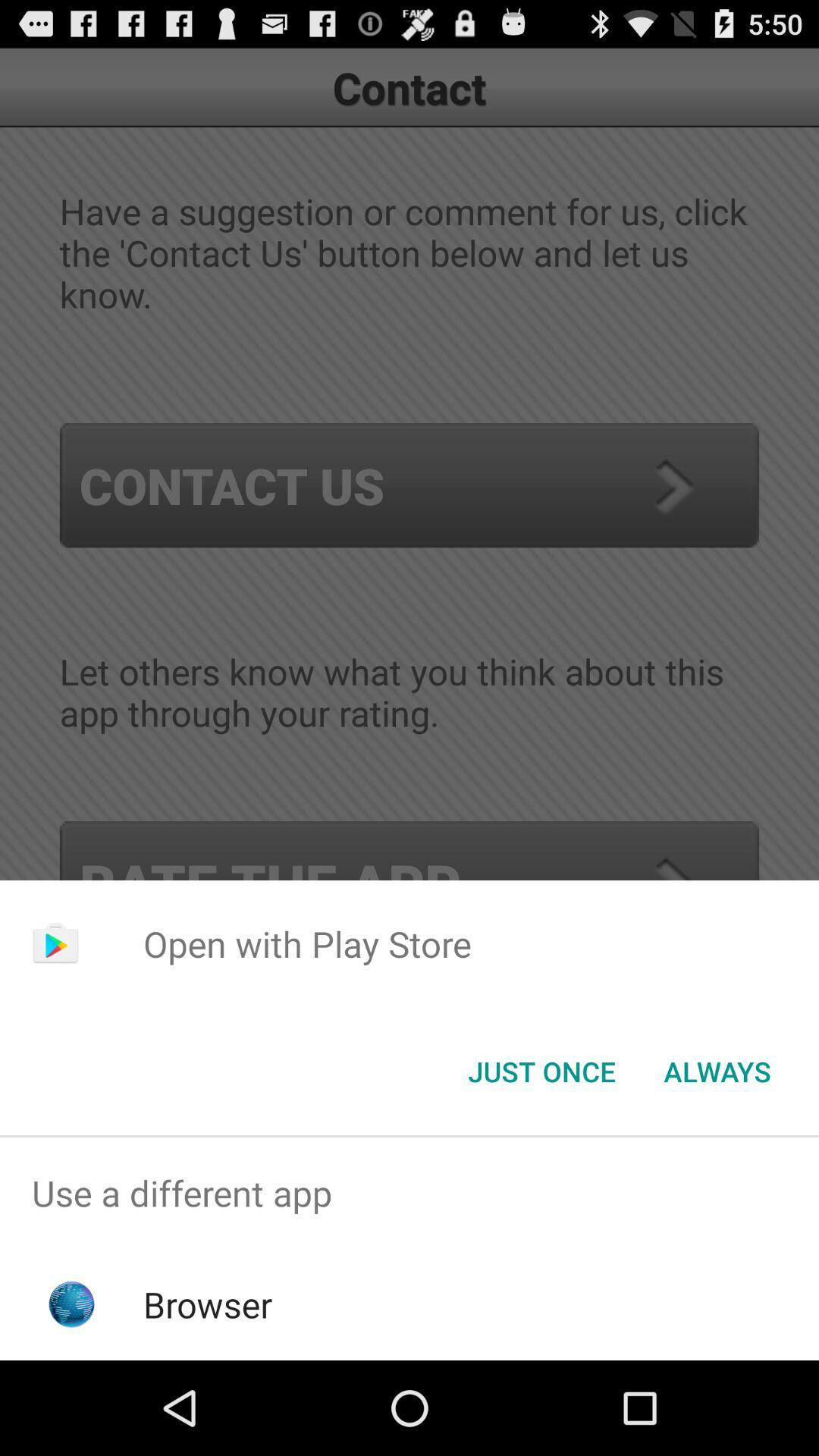 The image size is (819, 1456). What do you see at coordinates (717, 1070) in the screenshot?
I see `always item` at bounding box center [717, 1070].